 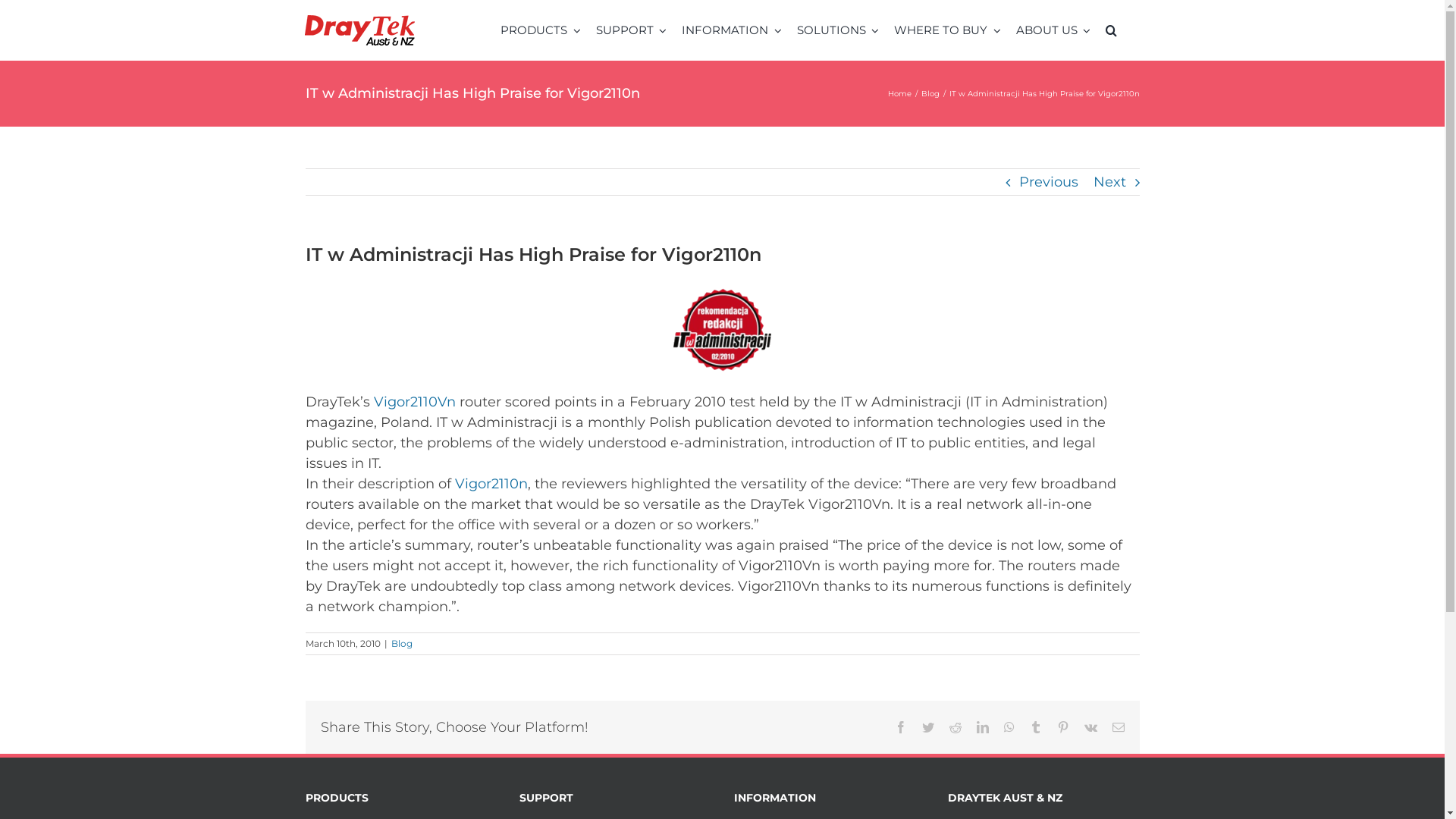 What do you see at coordinates (454, 483) in the screenshot?
I see `'Vigor2110n'` at bounding box center [454, 483].